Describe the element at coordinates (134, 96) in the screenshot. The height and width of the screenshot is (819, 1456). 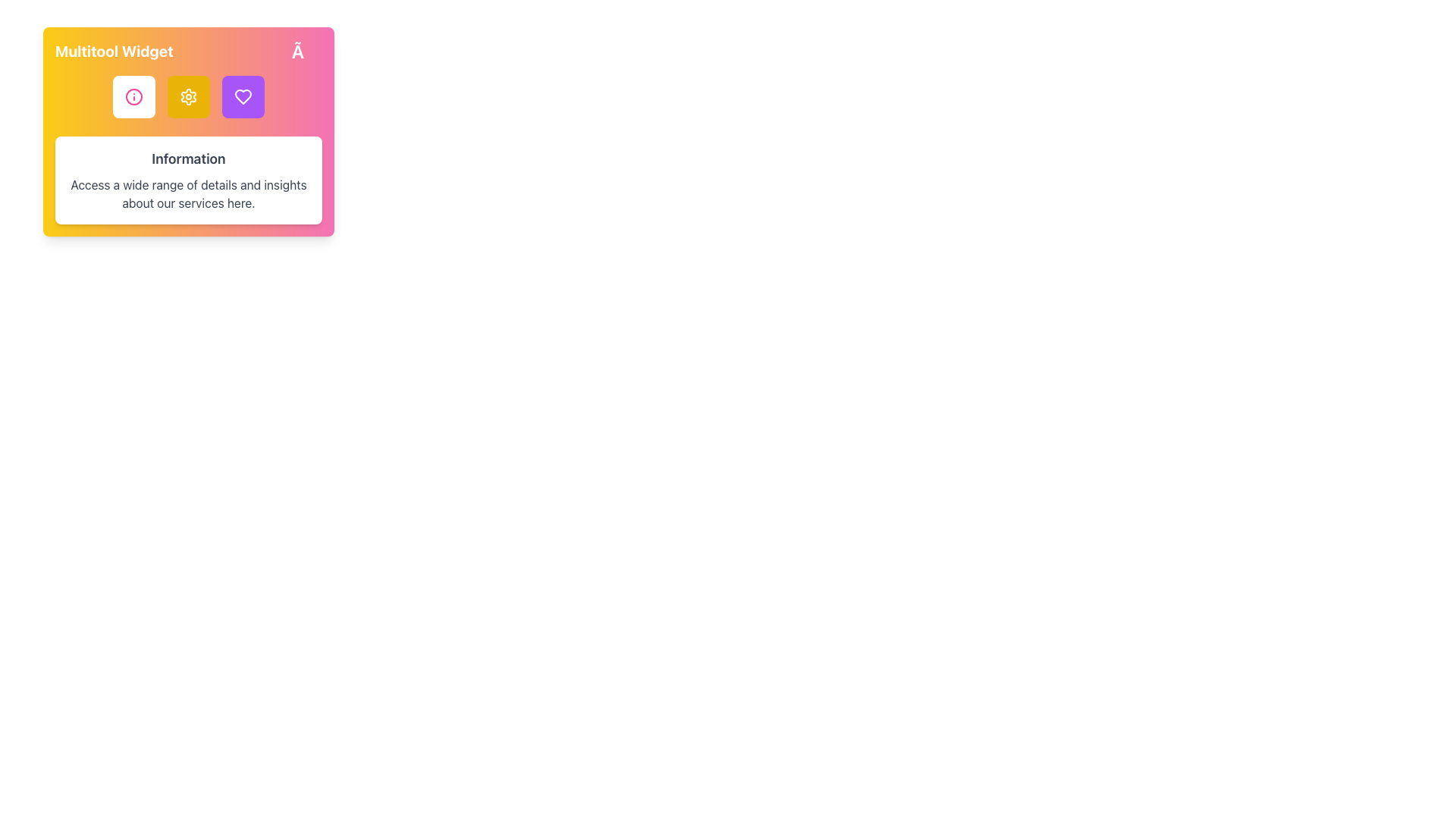
I see `the leftmost circular icon in the row of interactive icons within the 'Multitool Widget'` at that location.